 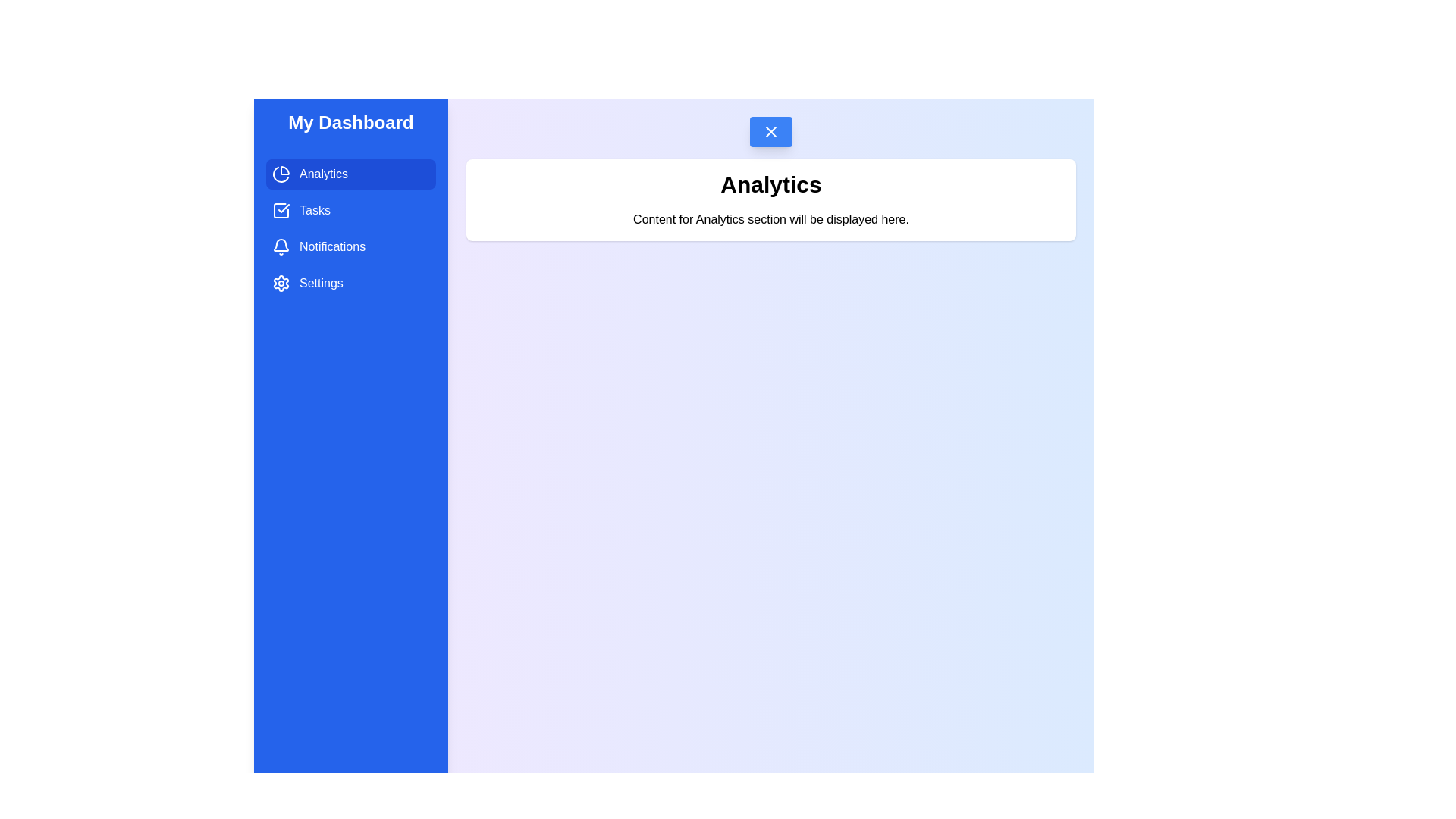 I want to click on the button at the top of the dashboard to toggle the drawer visibility, so click(x=771, y=130).